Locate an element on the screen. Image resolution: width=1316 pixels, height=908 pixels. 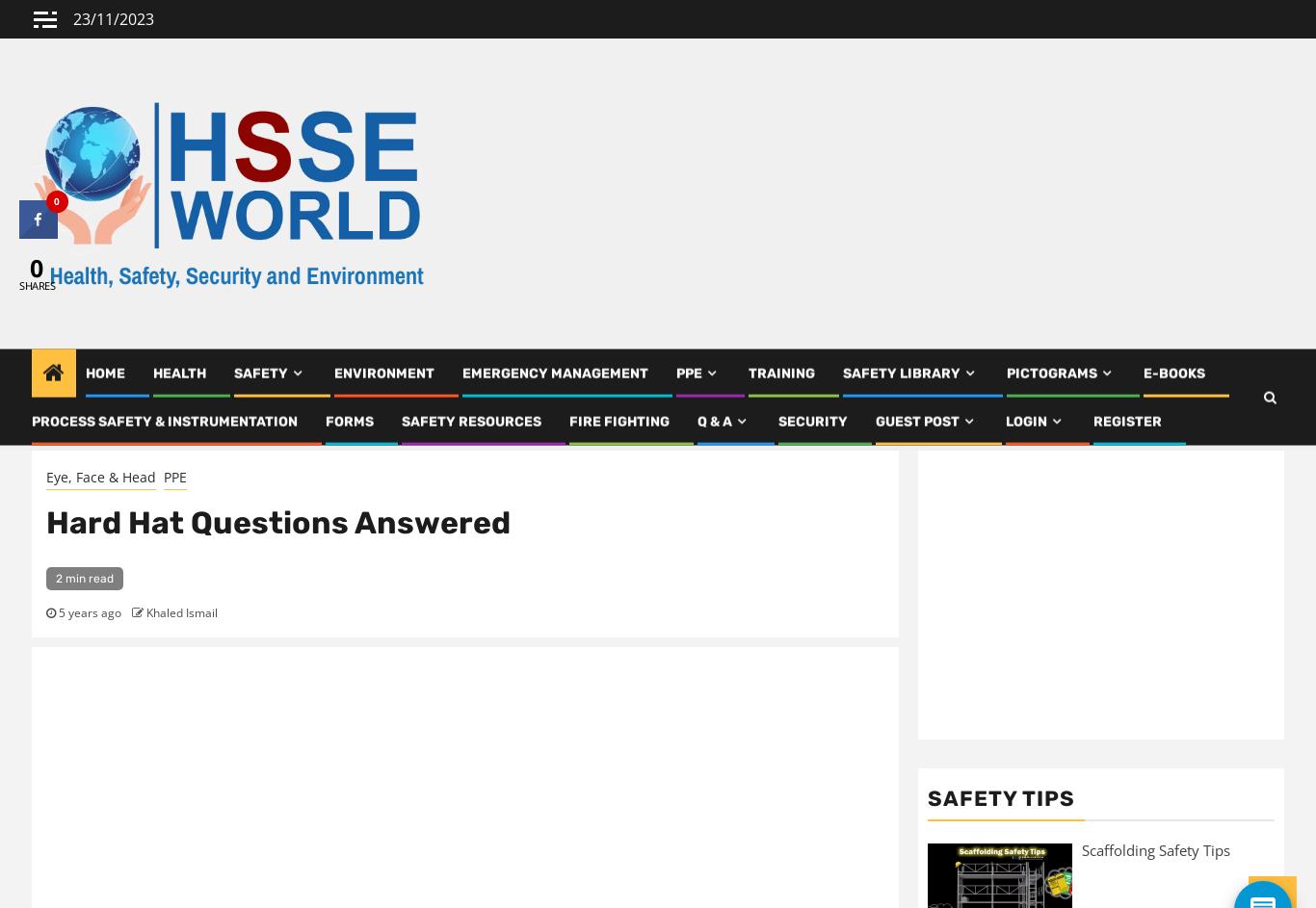
'safety Library' is located at coordinates (842, 379).